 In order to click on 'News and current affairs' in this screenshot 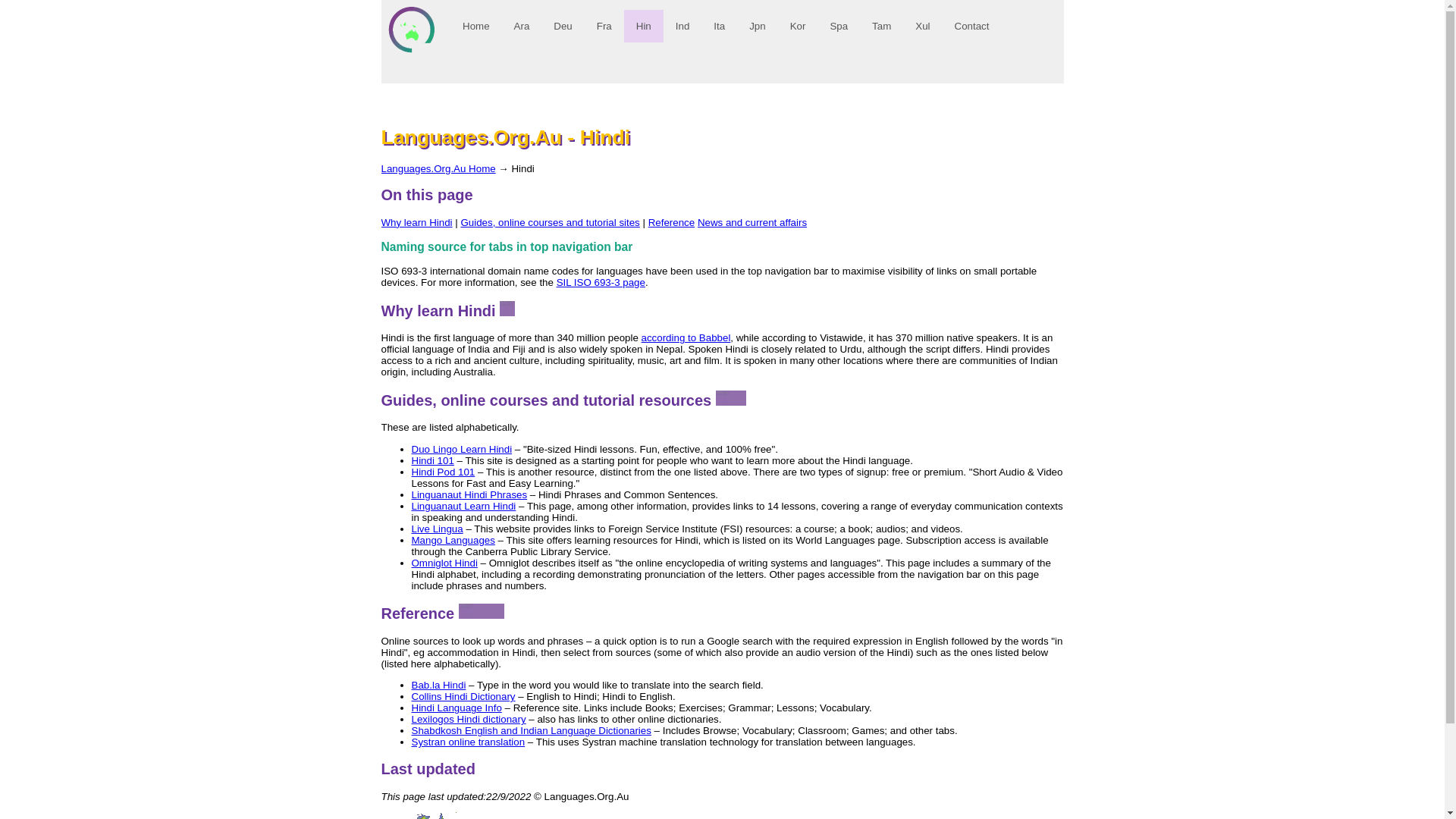, I will do `click(752, 222)`.